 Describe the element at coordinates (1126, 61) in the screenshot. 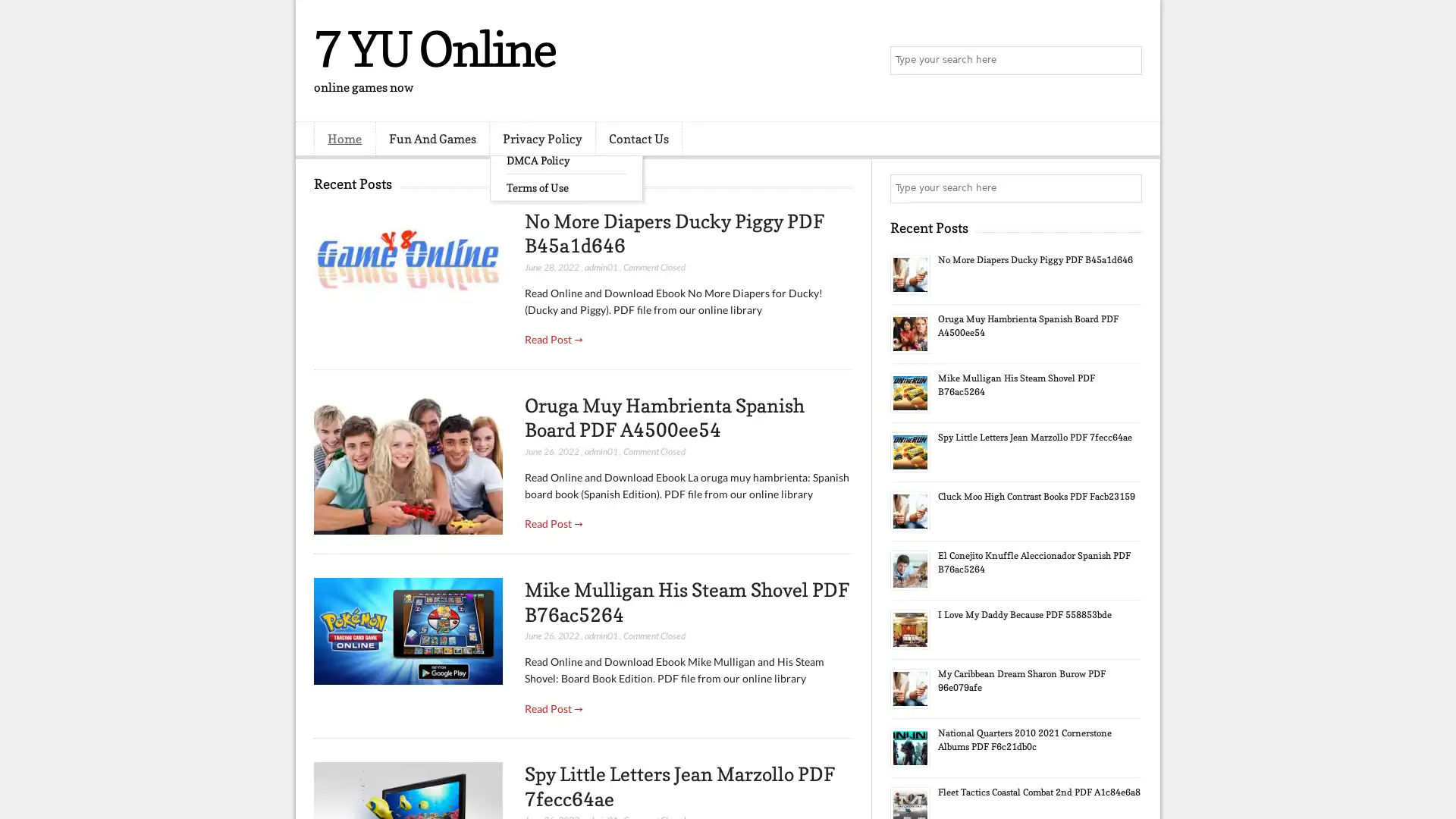

I see `Search` at that location.